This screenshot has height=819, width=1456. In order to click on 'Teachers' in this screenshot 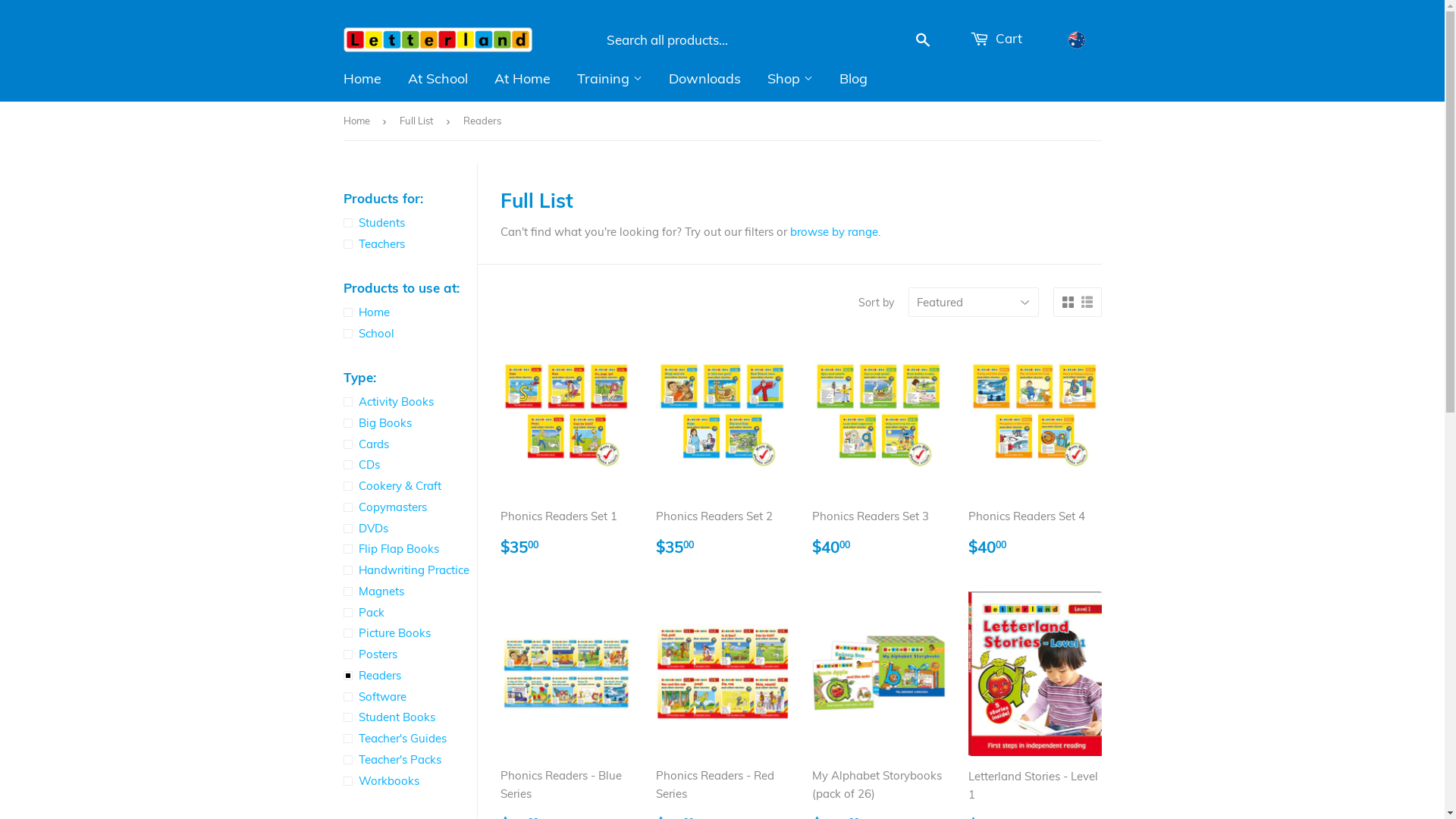, I will do `click(409, 243)`.